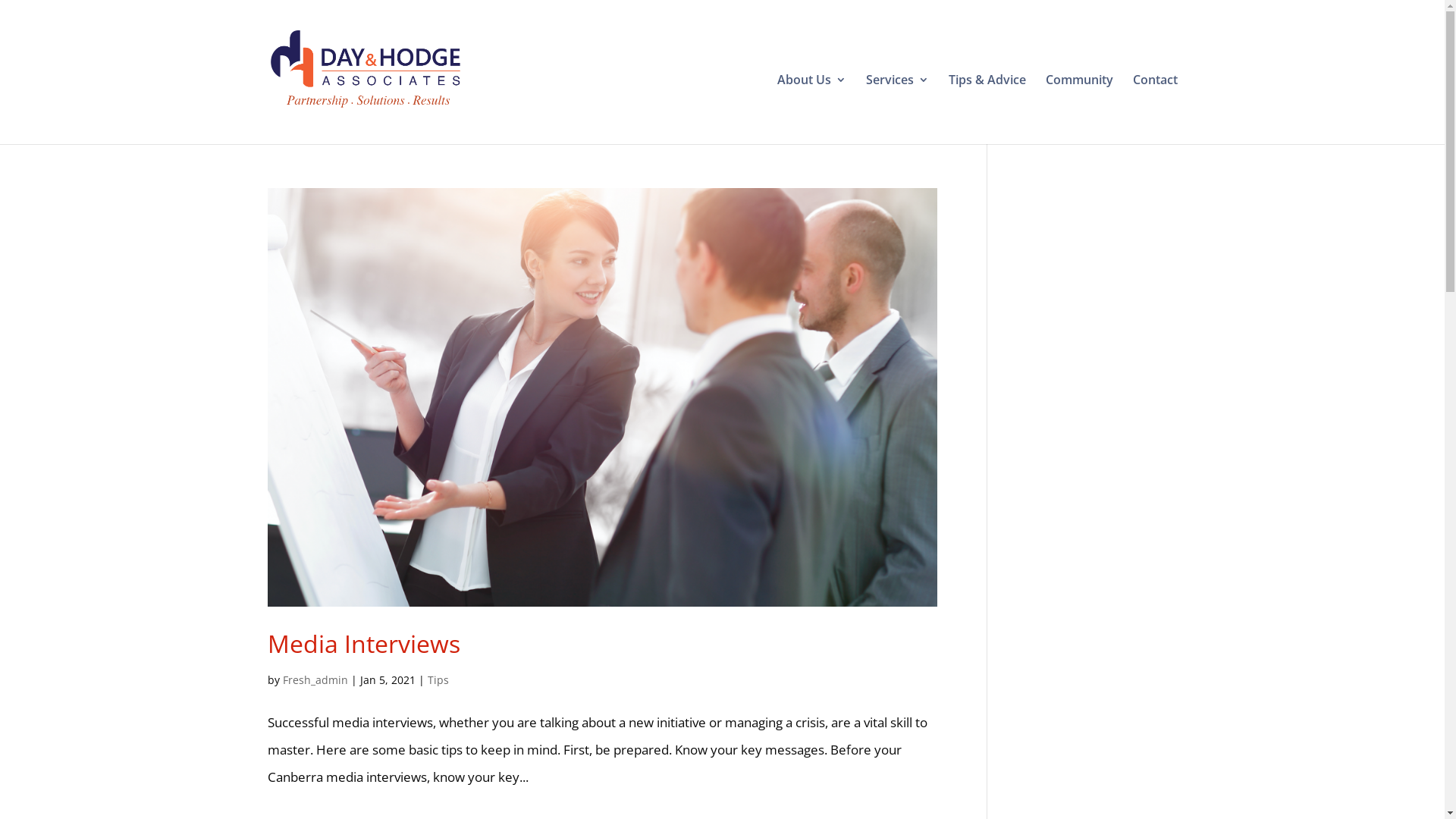  What do you see at coordinates (1078, 100) in the screenshot?
I see `'Community'` at bounding box center [1078, 100].